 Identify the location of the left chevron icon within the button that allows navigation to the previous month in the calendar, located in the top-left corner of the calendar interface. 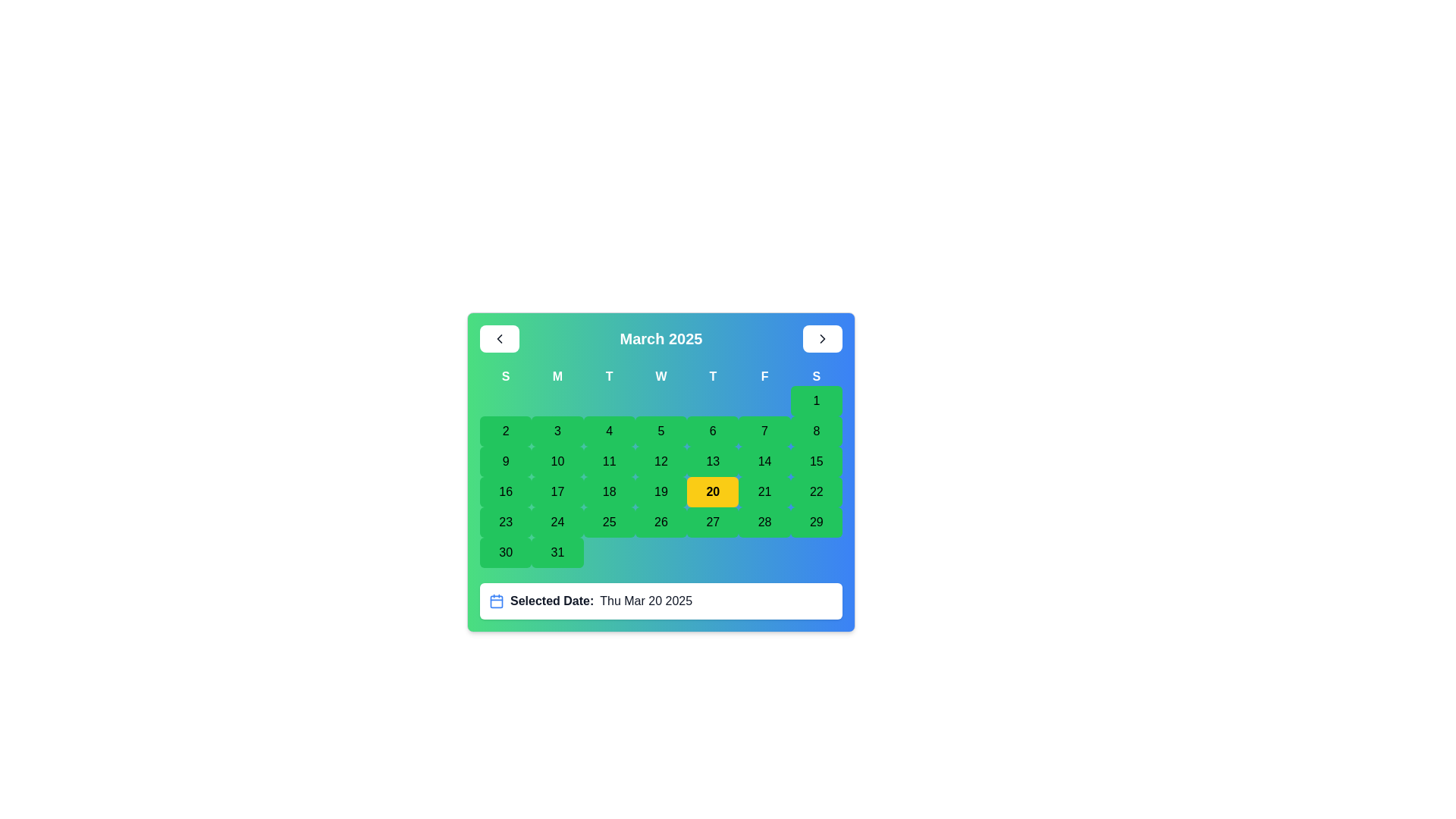
(499, 338).